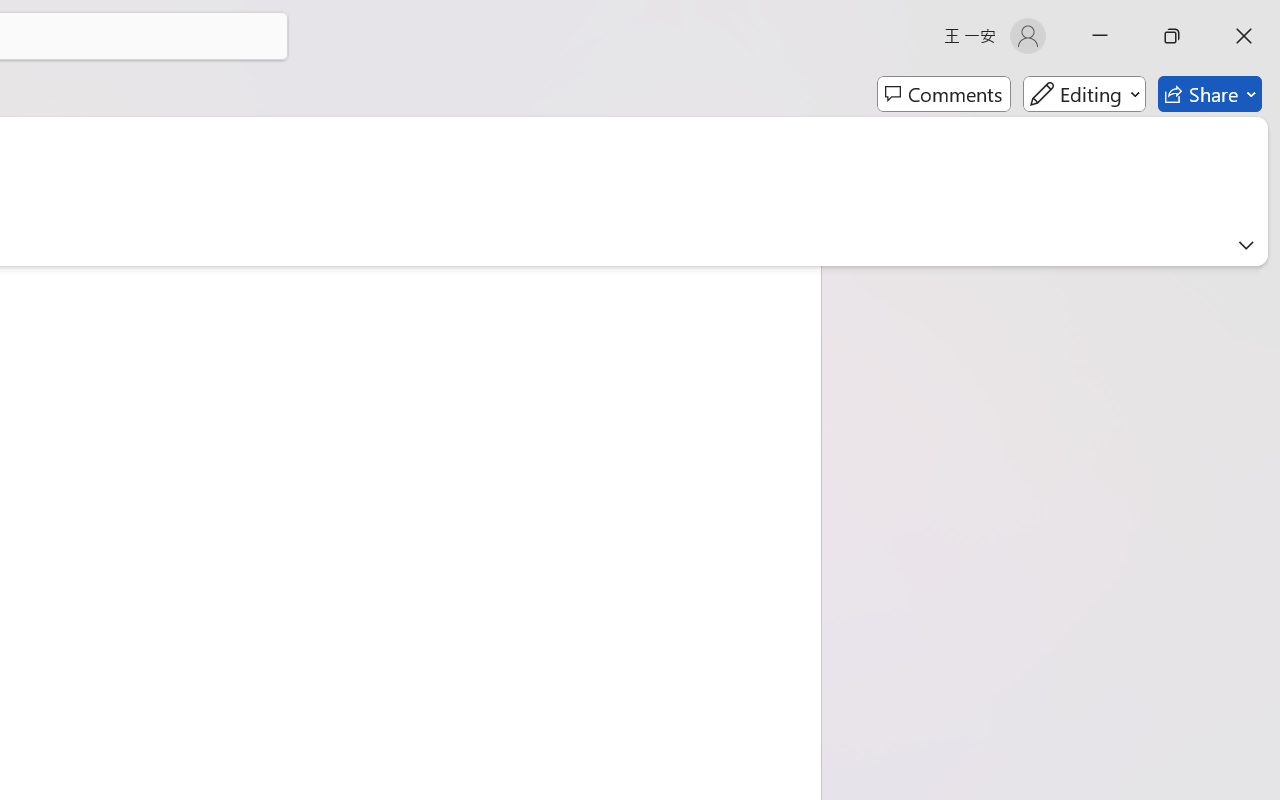  I want to click on 'Restore Down', so click(1172, 35).